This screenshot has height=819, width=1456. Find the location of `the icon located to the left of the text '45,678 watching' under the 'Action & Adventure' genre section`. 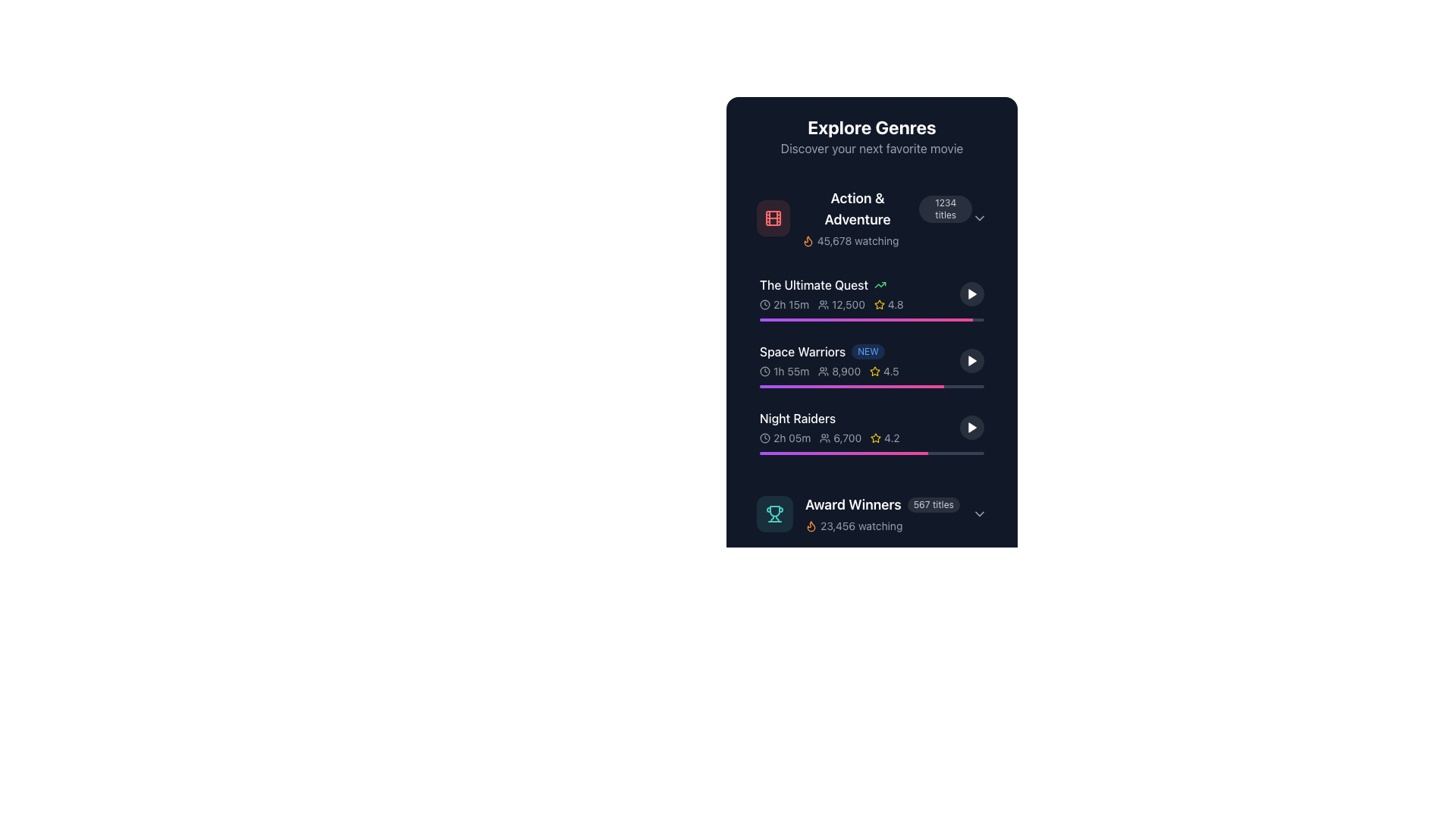

the icon located to the left of the text '45,678 watching' under the 'Action & Adventure' genre section is located at coordinates (807, 240).